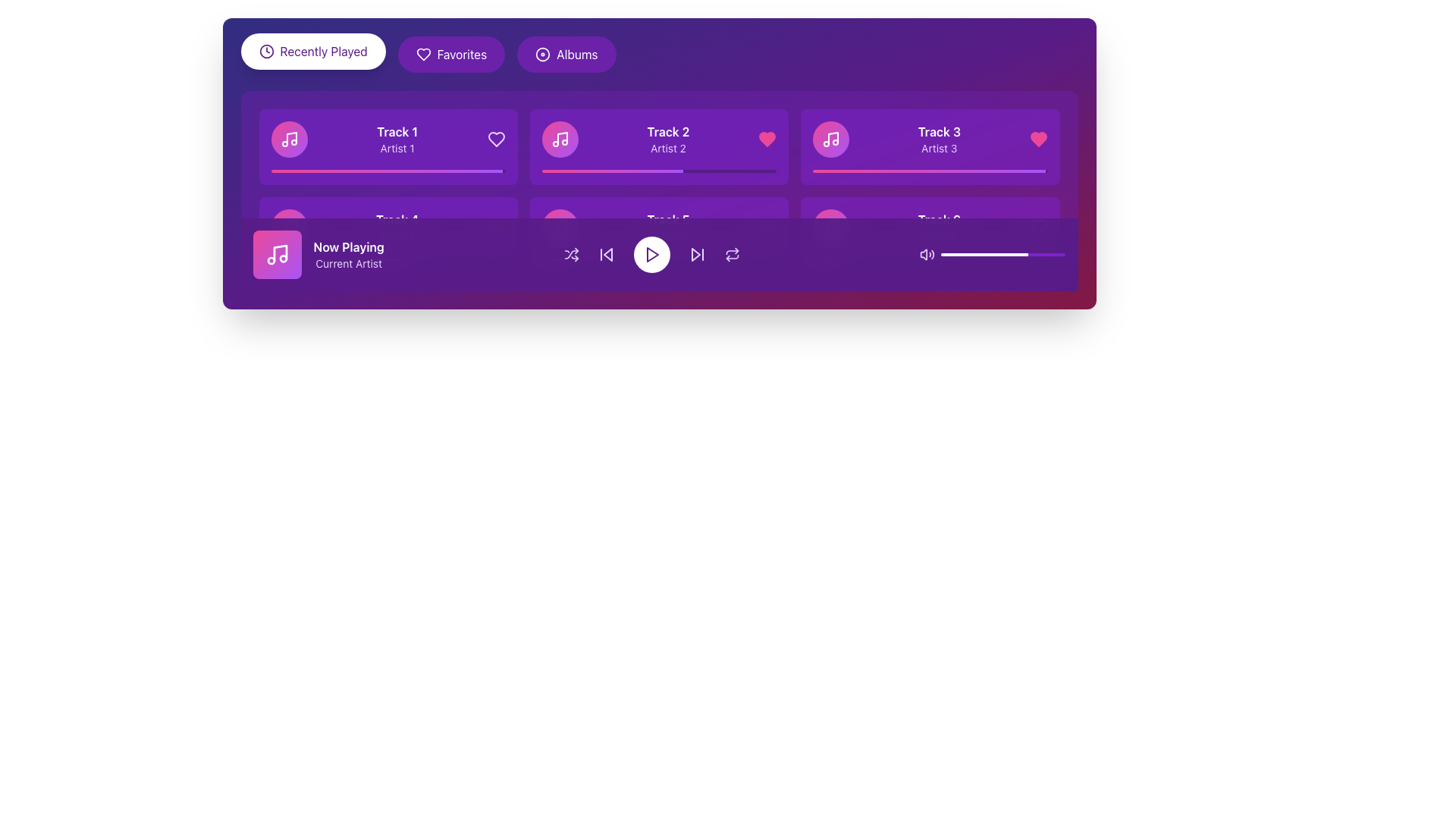  What do you see at coordinates (266, 51) in the screenshot?
I see `the SVG clock icon that is part of the 'Recently Played' button, located to the left of the text 'Recently Played'` at bounding box center [266, 51].